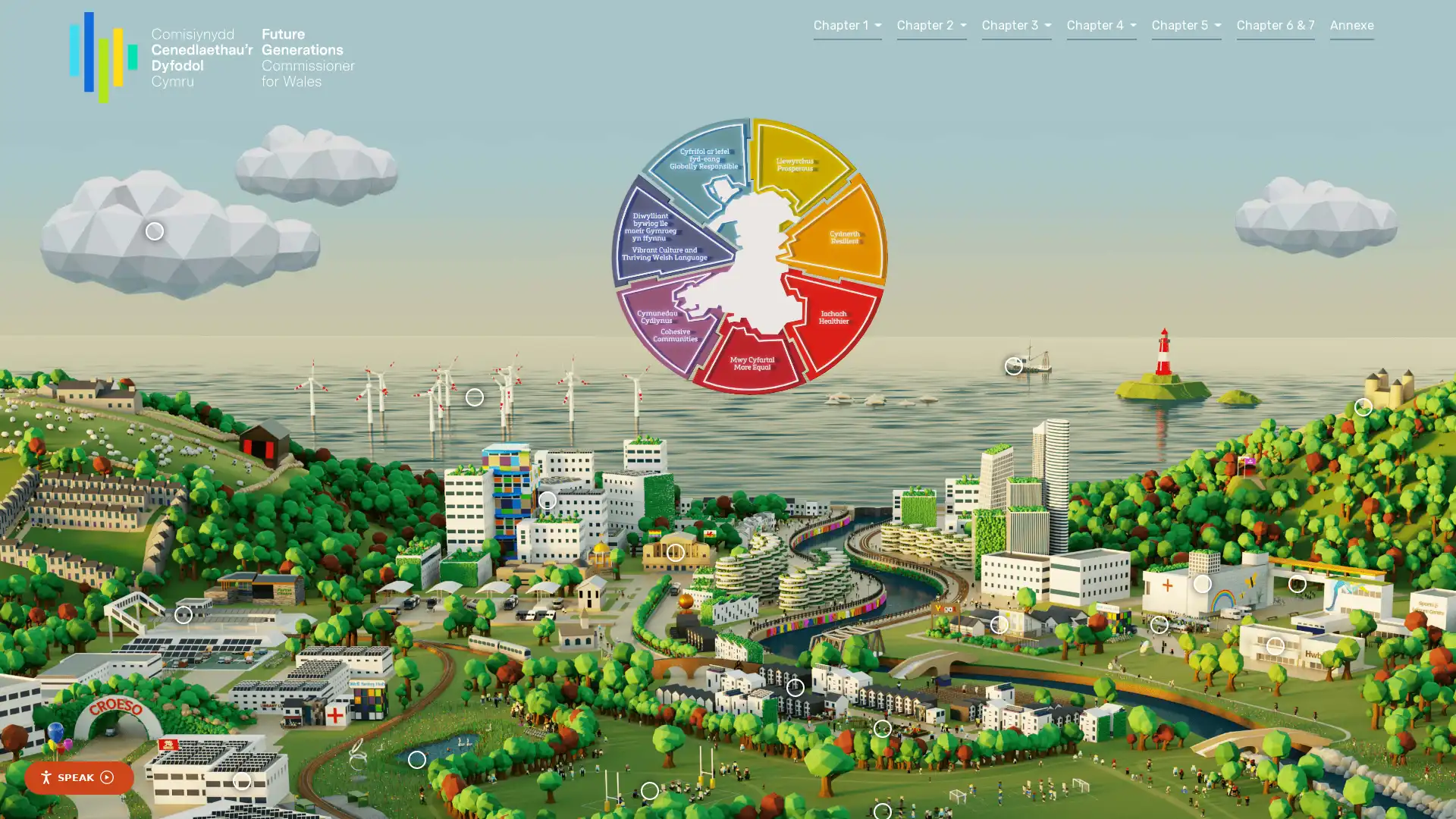 This screenshot has width=1456, height=819. I want to click on Listen with the ReachDeck Toolbar, so click(78, 778).